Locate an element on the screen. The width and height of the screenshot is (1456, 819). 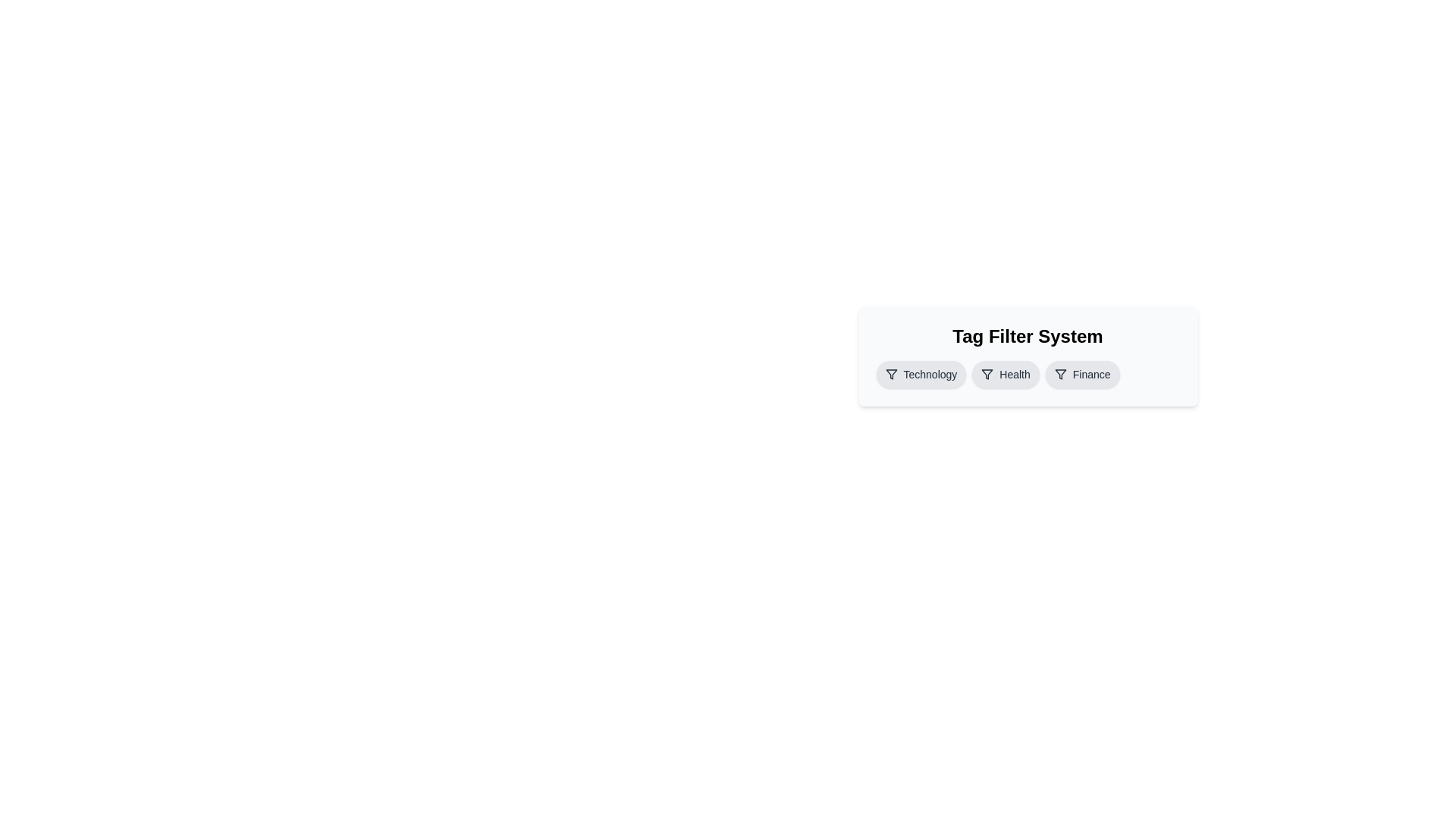
the tag labeled Finance is located at coordinates (1081, 374).